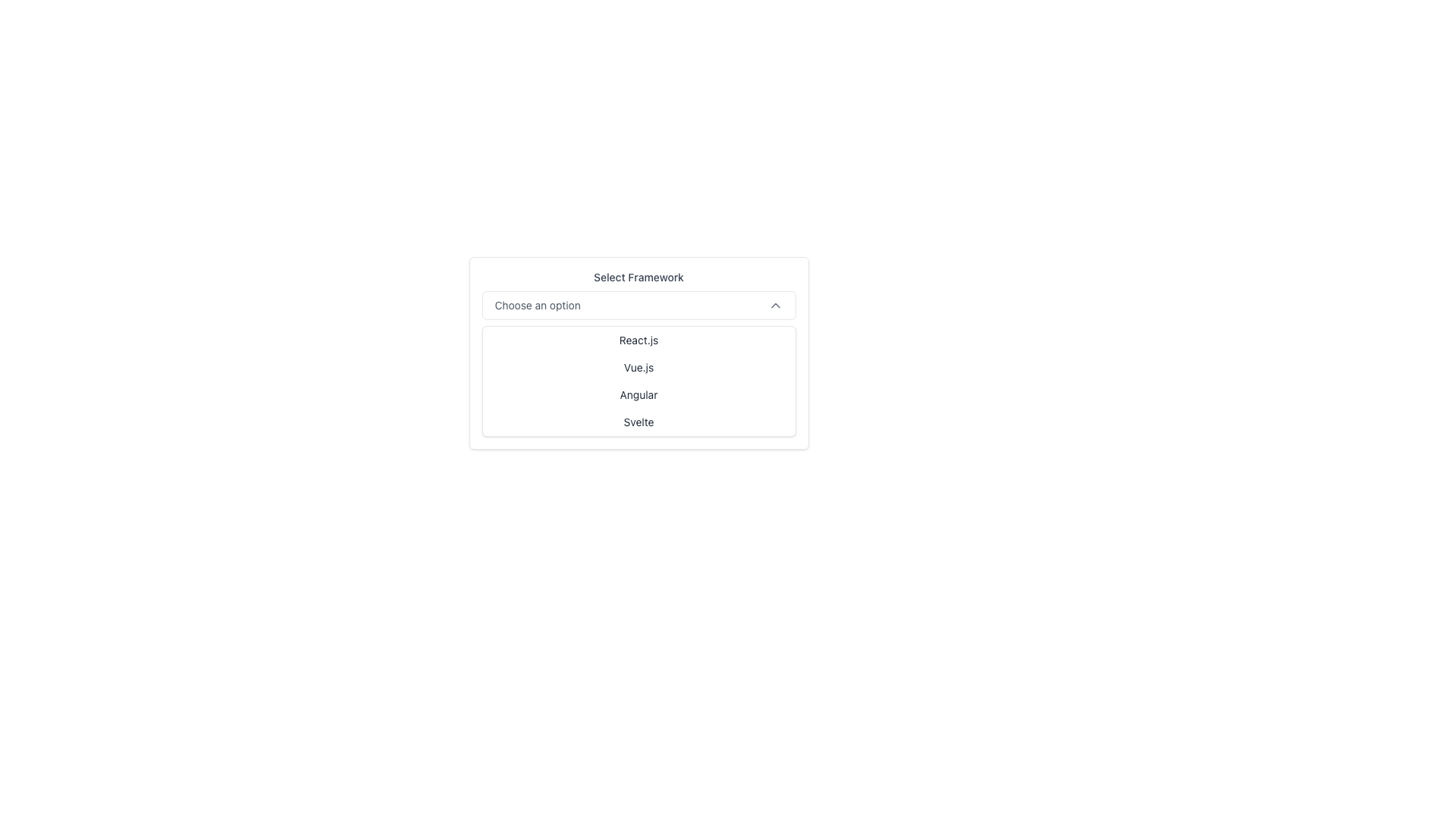 This screenshot has height=819, width=1456. I want to click on the dropdown menu labeled 'Select Framework', so click(639, 380).